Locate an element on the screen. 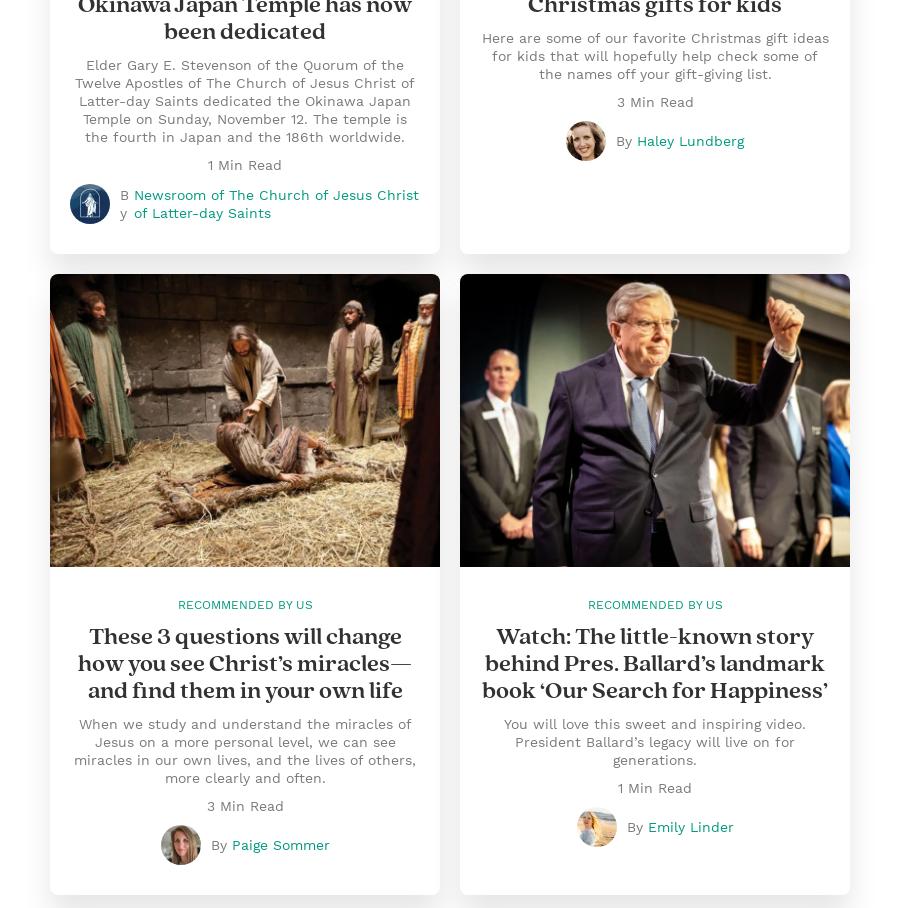 The width and height of the screenshot is (900, 908). 'Emily Linder' is located at coordinates (689, 827).